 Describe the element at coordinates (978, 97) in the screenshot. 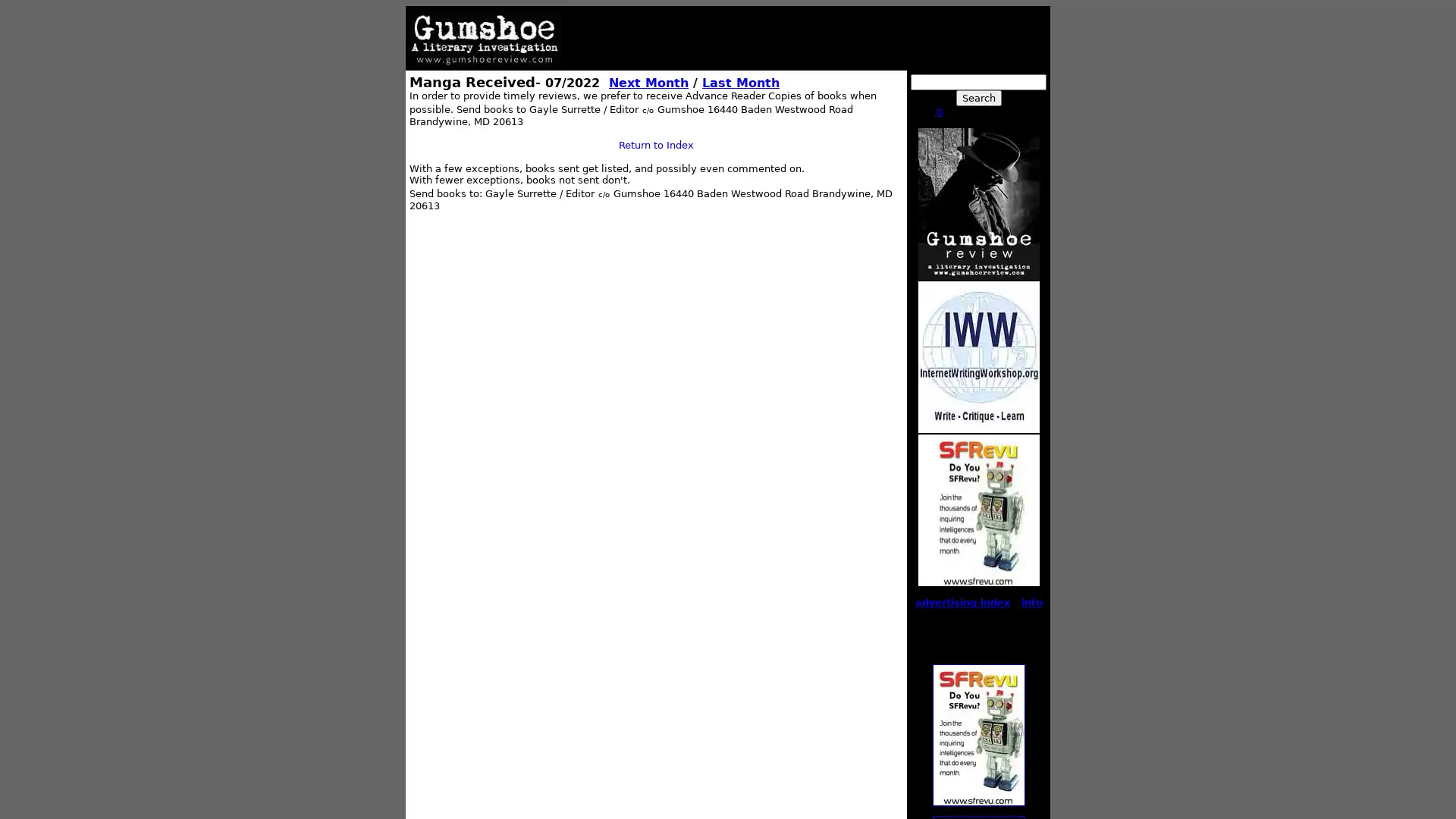

I see `Search` at that location.